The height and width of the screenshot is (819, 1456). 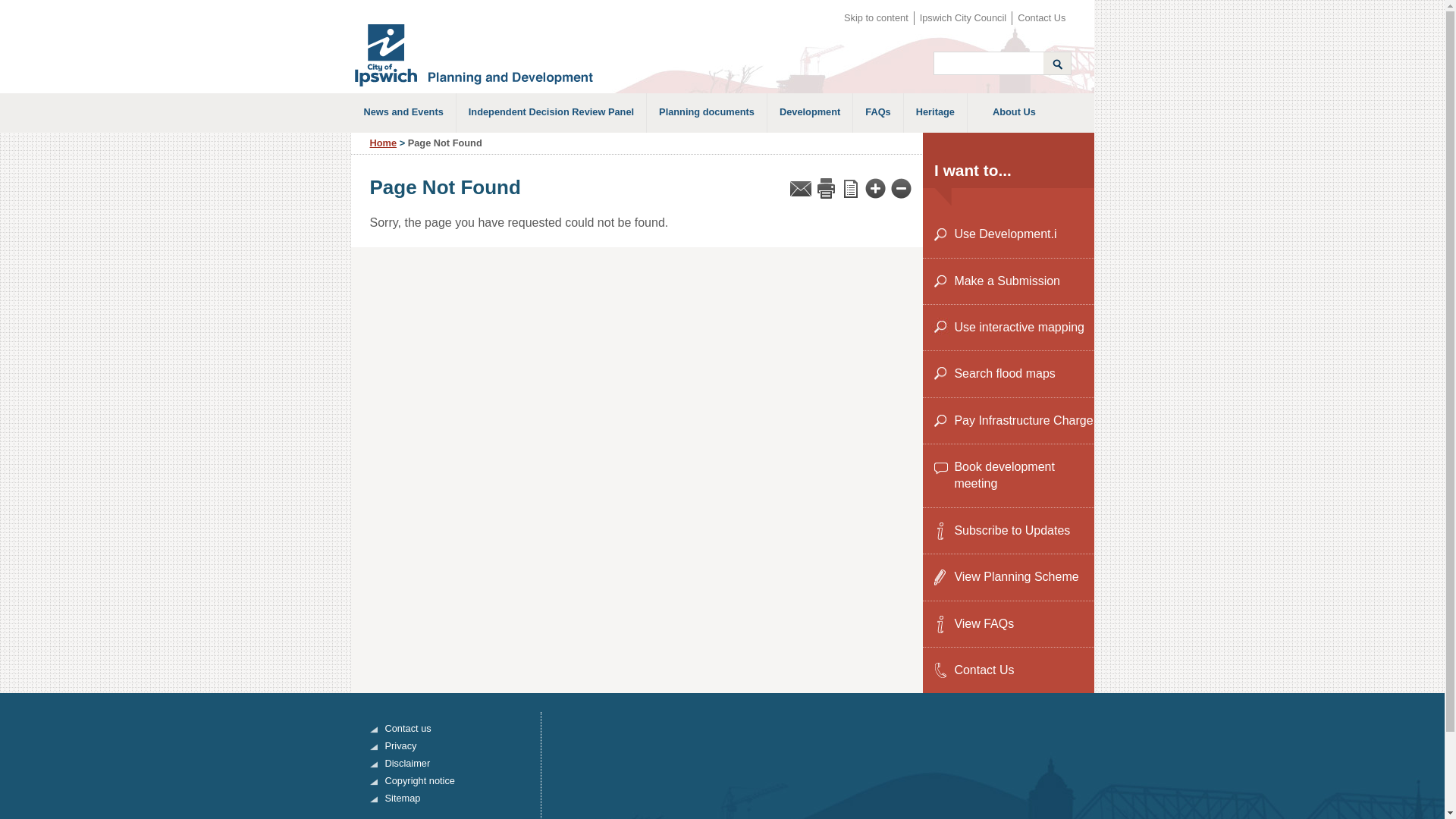 What do you see at coordinates (462, 745) in the screenshot?
I see `'Privacy'` at bounding box center [462, 745].